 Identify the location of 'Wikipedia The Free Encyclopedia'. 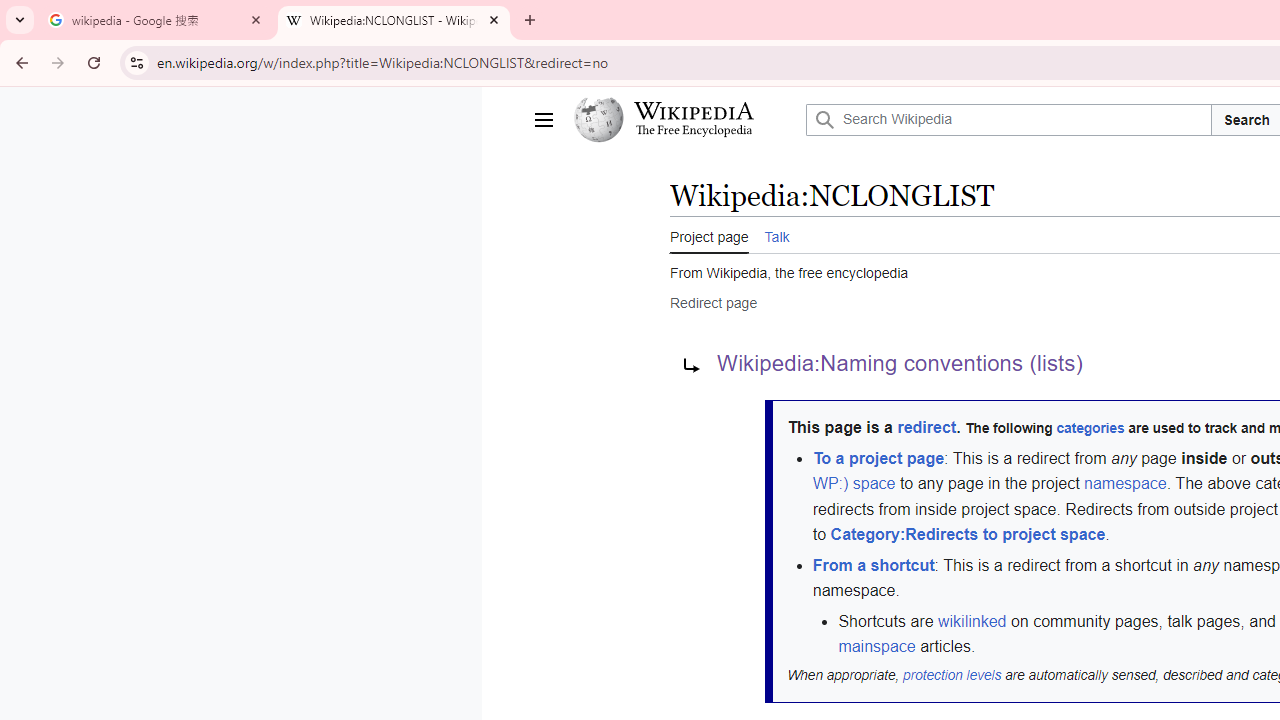
(684, 119).